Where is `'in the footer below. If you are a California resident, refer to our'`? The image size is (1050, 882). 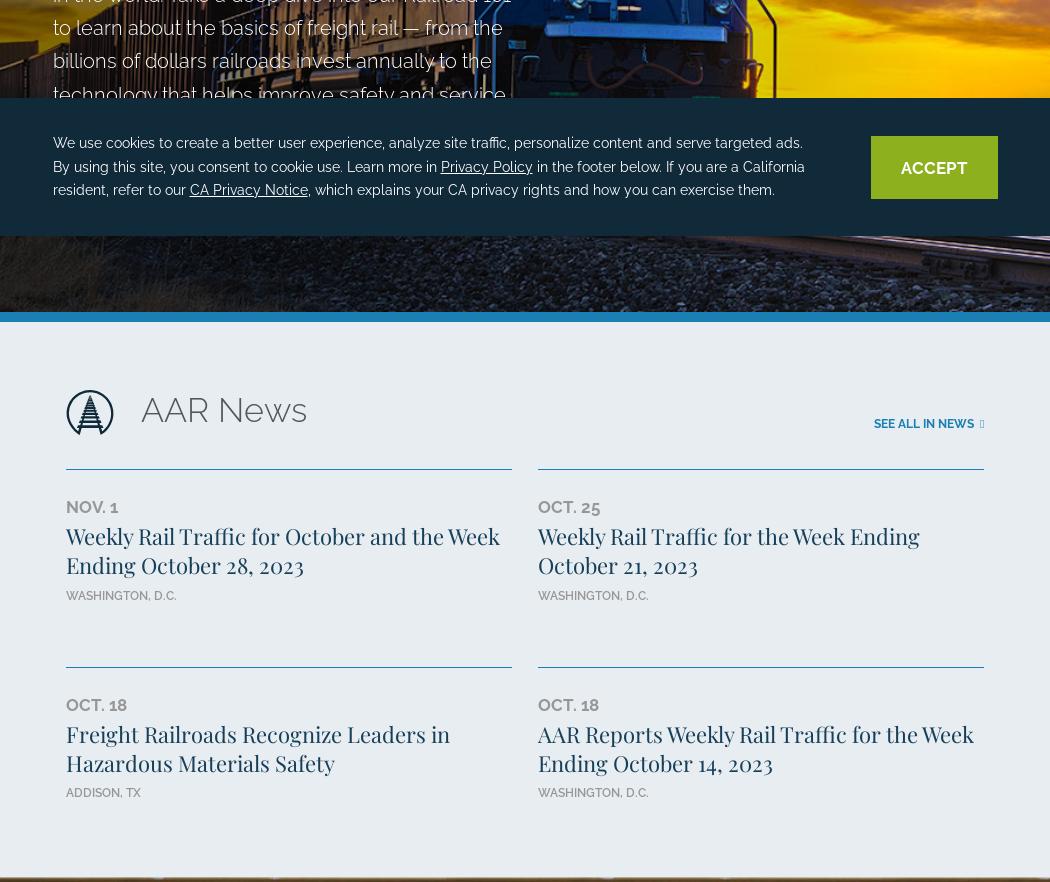 'in the footer below. If you are a California resident, refer to our' is located at coordinates (426, 176).